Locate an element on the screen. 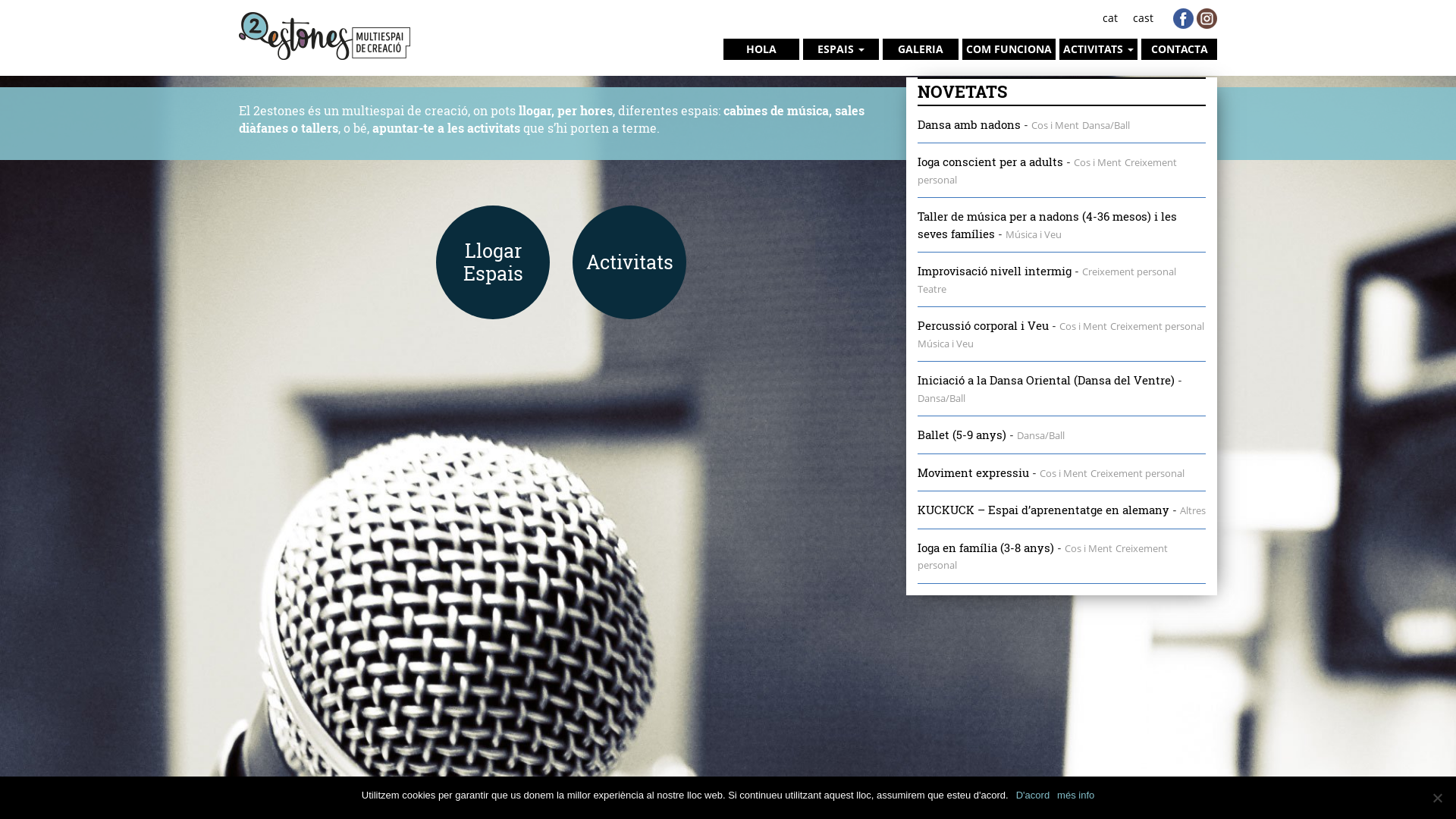 This screenshot has height=819, width=1456. 'Ioga conscient per a adults' is located at coordinates (990, 161).